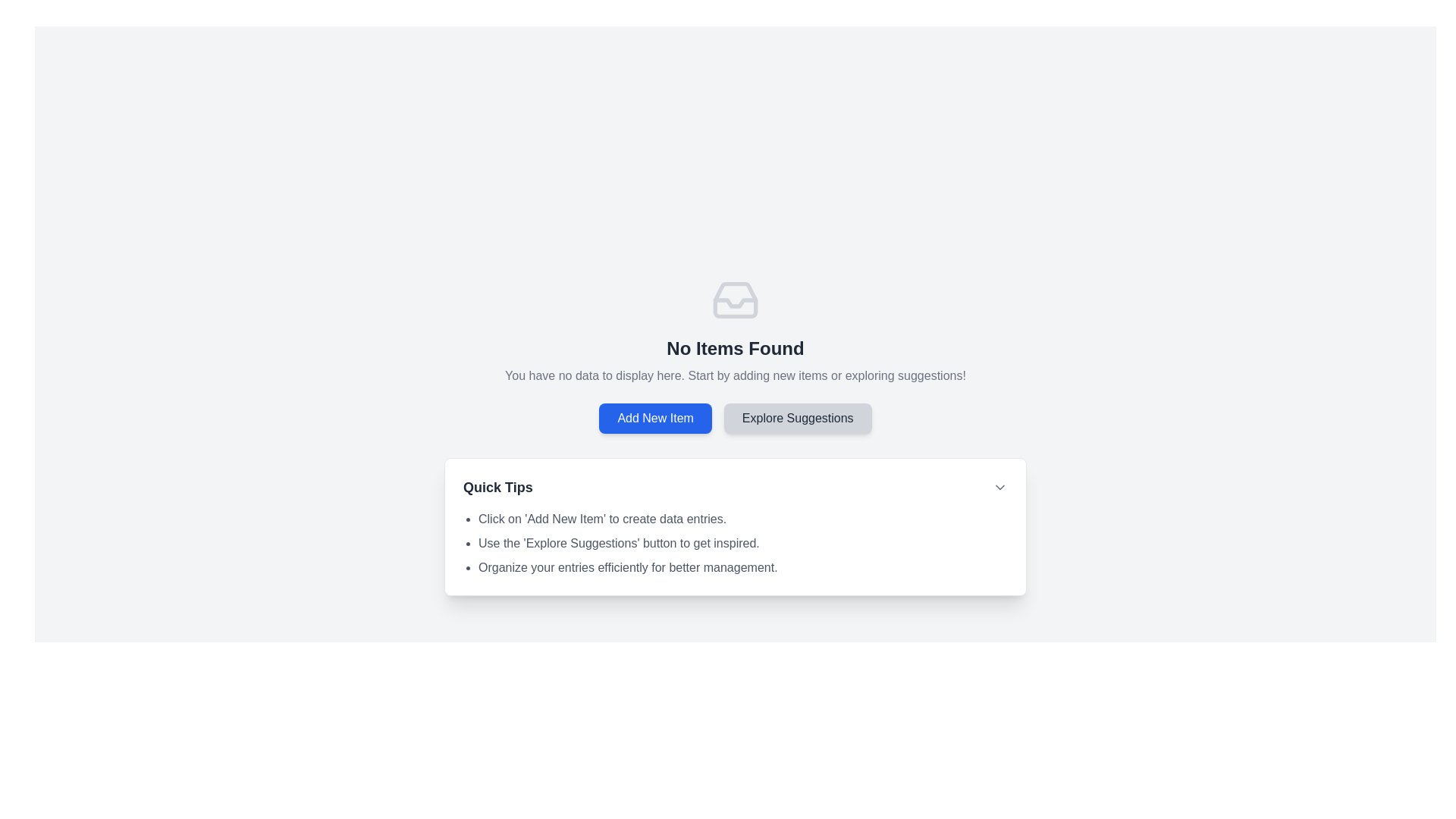 The image size is (1456, 819). What do you see at coordinates (655, 418) in the screenshot?
I see `the 'Add New Item' button located below the 'No Items Found' message and above the 'Quick Tips' section` at bounding box center [655, 418].